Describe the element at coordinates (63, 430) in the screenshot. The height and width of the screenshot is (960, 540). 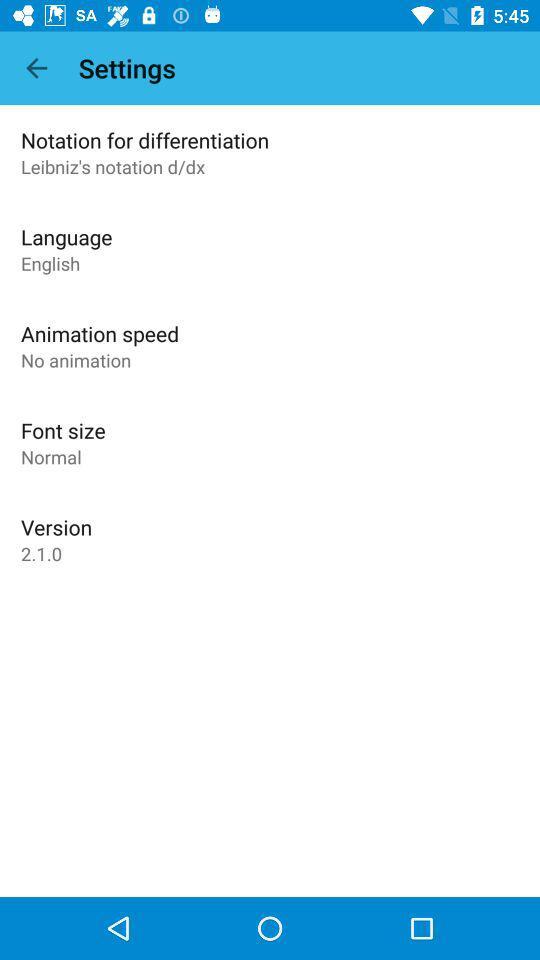
I see `the font size item` at that location.